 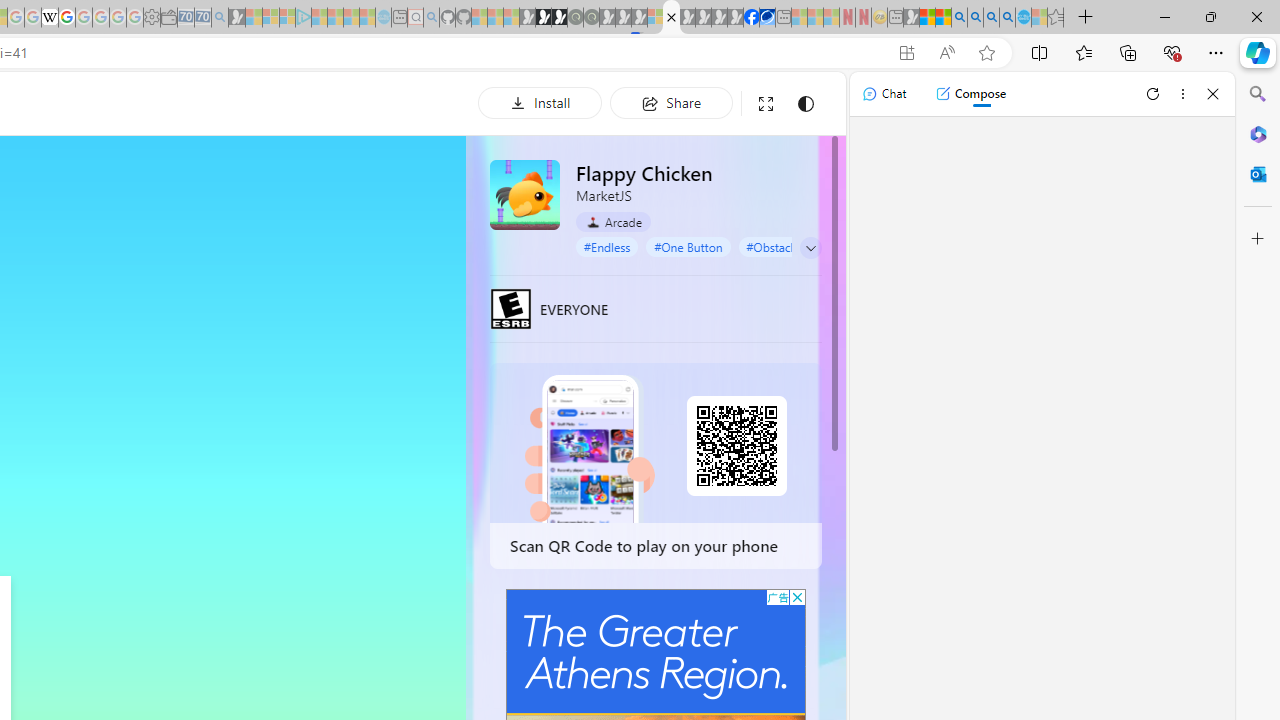 I want to click on 'Arcade', so click(x=612, y=221).